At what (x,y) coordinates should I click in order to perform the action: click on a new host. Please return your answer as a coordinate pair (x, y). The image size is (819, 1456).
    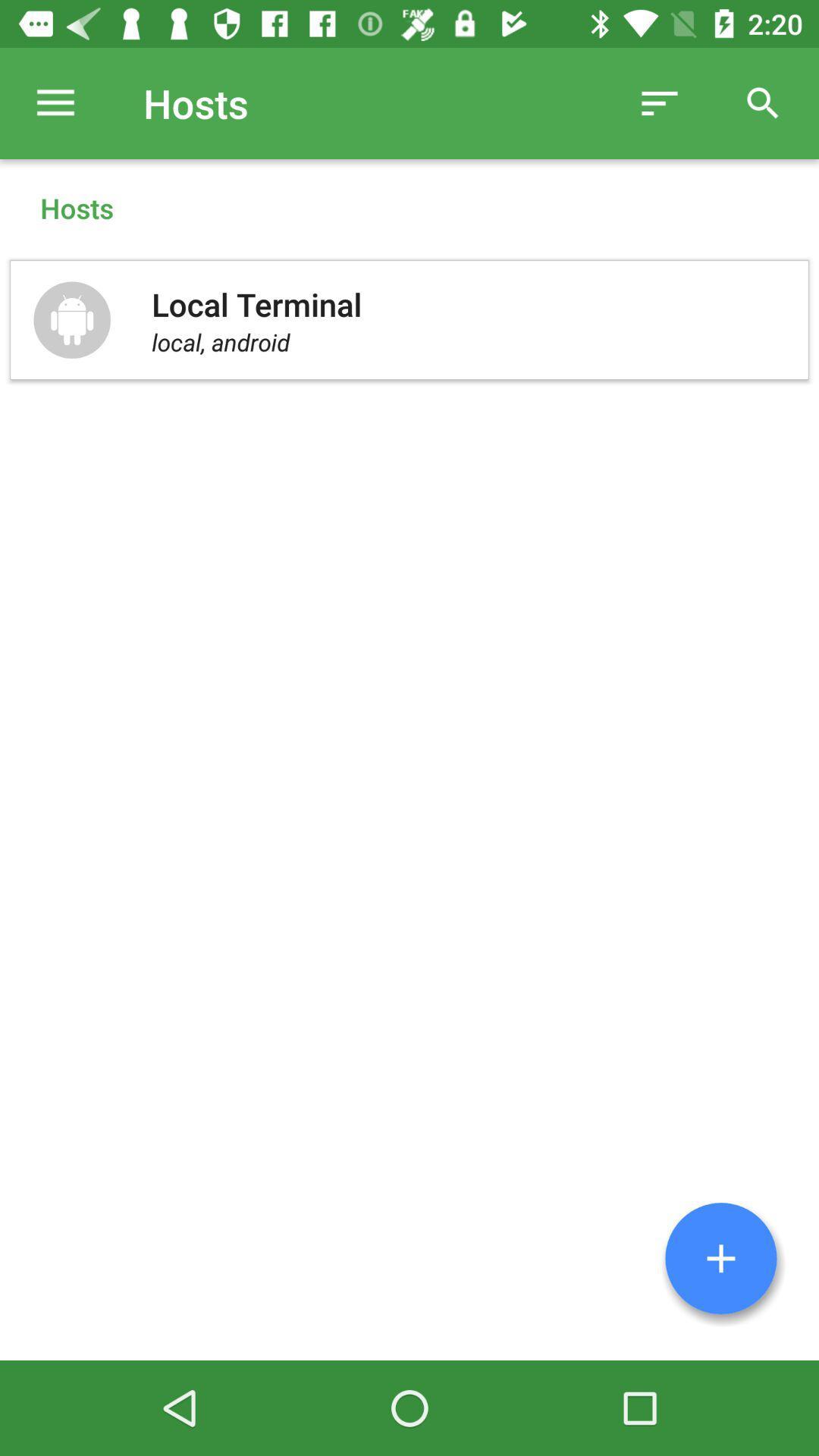
    Looking at the image, I should click on (720, 1258).